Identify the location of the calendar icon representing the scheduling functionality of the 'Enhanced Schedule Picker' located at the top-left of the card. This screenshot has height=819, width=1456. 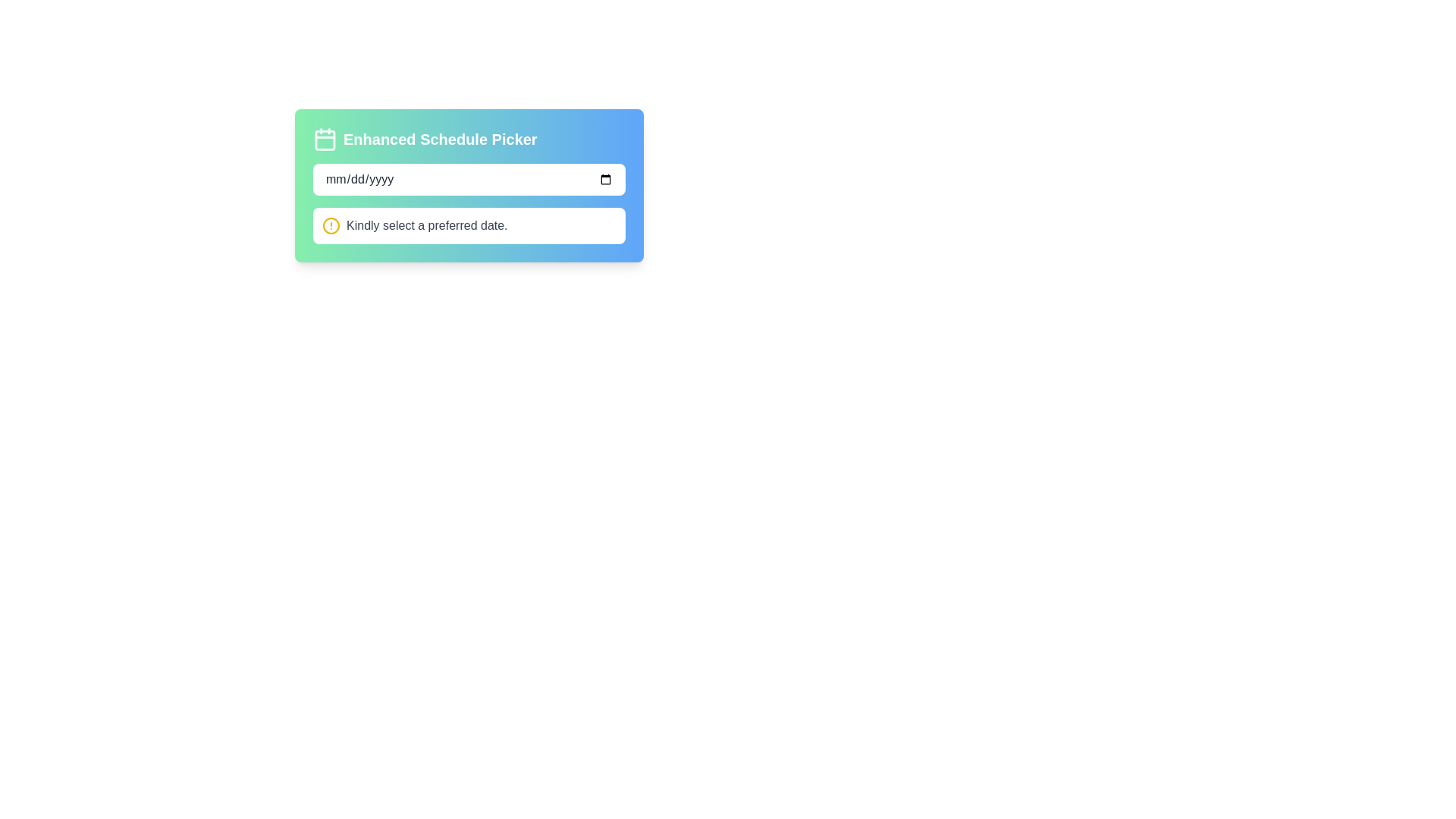
(324, 140).